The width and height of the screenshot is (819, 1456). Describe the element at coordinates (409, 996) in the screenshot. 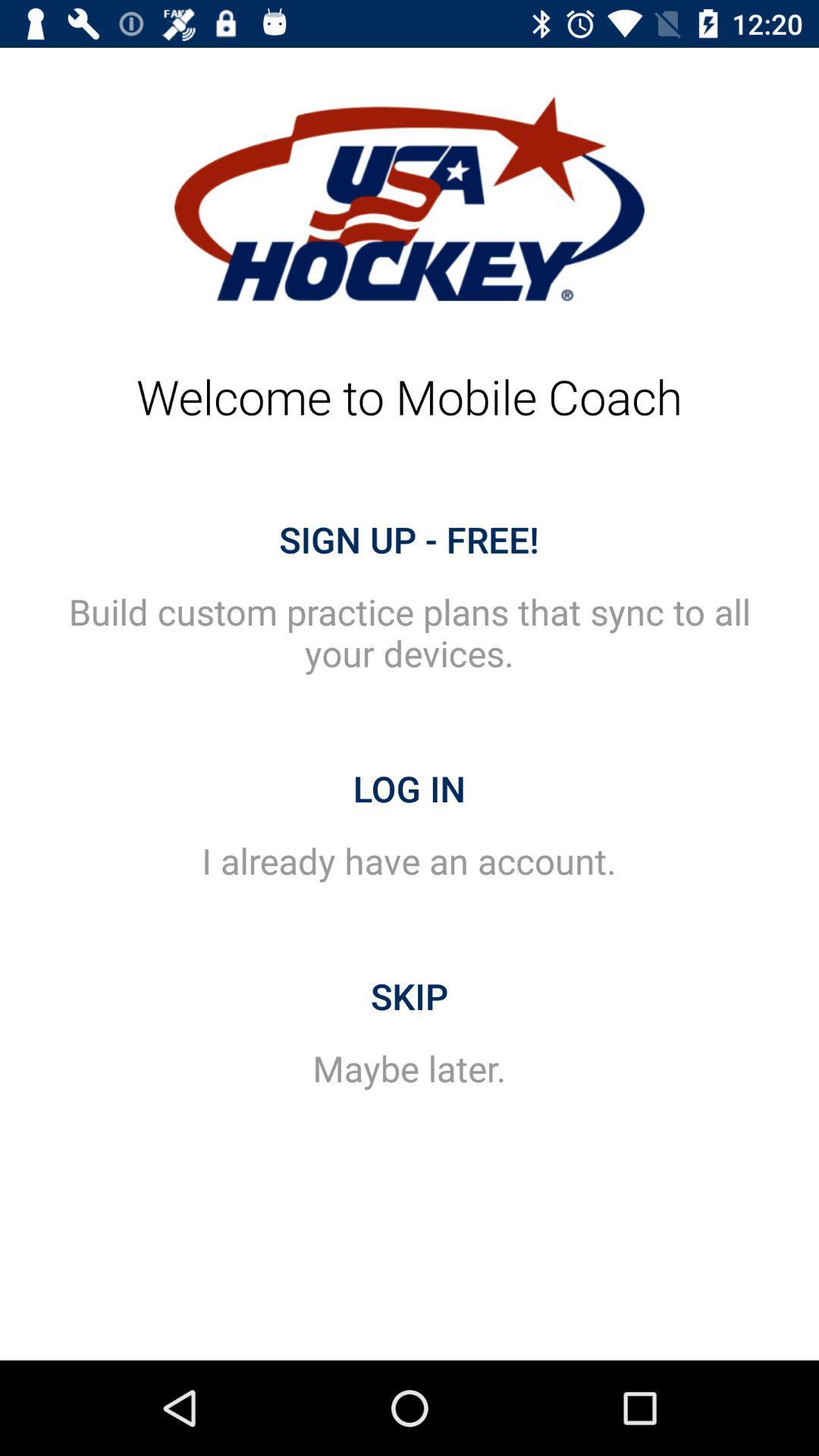

I see `the skip item` at that location.